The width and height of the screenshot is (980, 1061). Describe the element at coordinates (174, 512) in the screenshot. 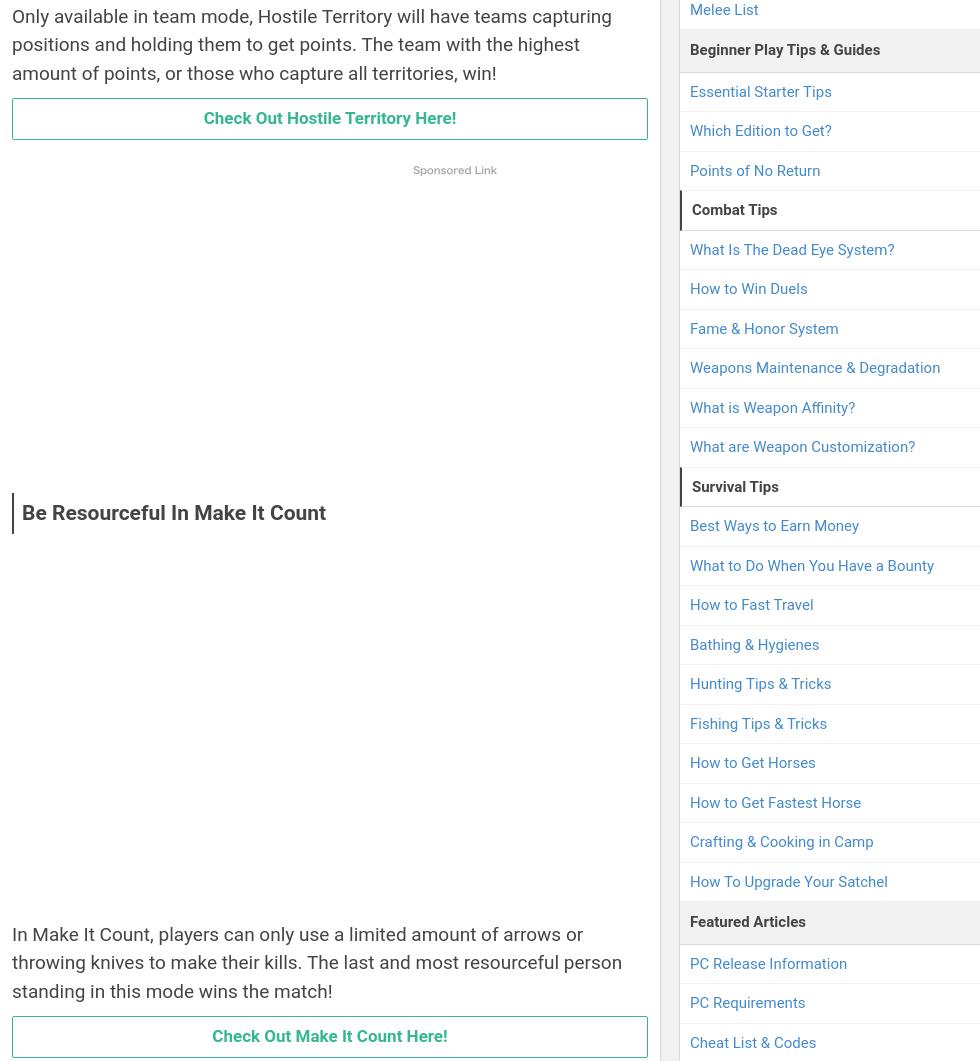

I see `'Be Resourceful In Make It Count'` at that location.